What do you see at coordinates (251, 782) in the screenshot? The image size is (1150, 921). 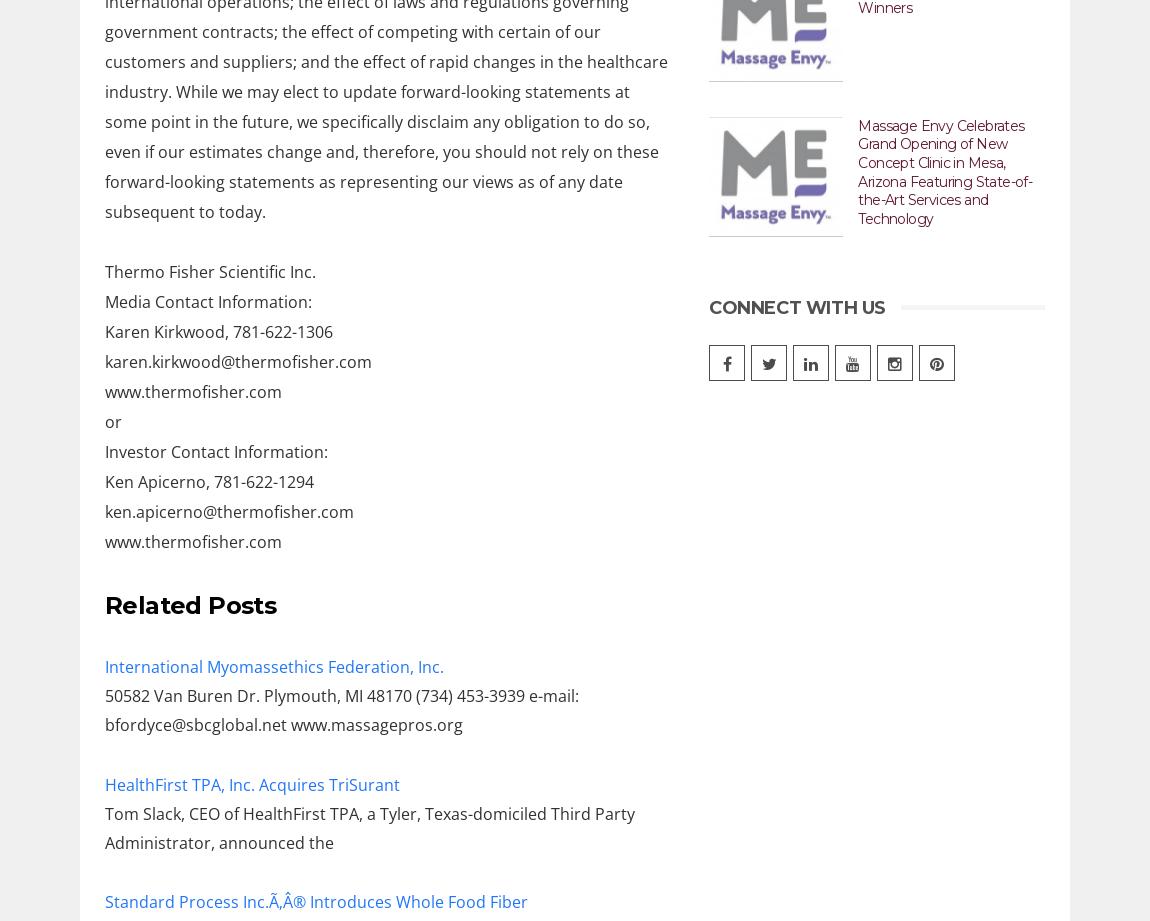 I see `'HealthFirst TPA, Inc. Acquires TriSurant'` at bounding box center [251, 782].